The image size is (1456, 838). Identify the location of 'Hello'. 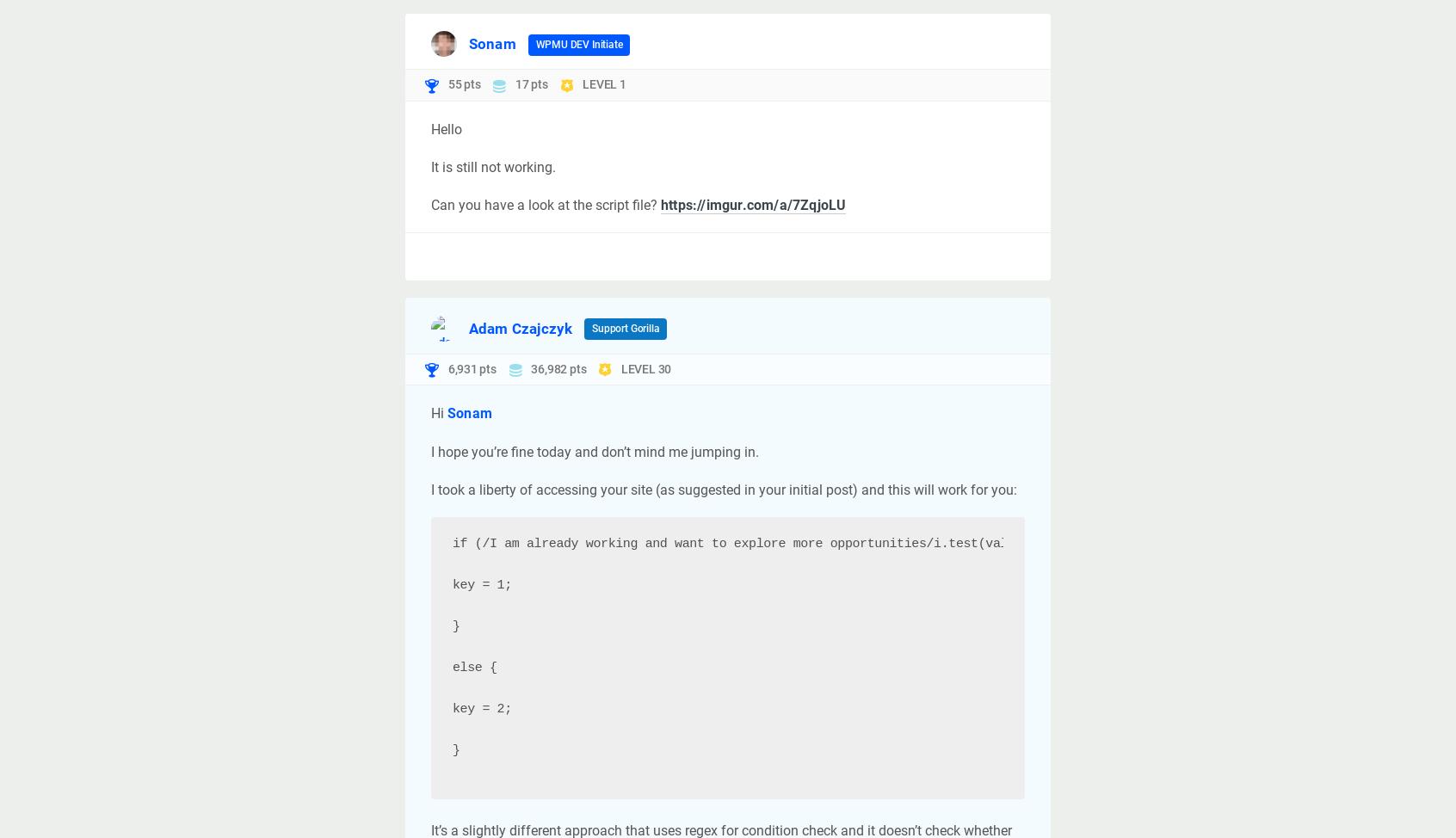
(446, 127).